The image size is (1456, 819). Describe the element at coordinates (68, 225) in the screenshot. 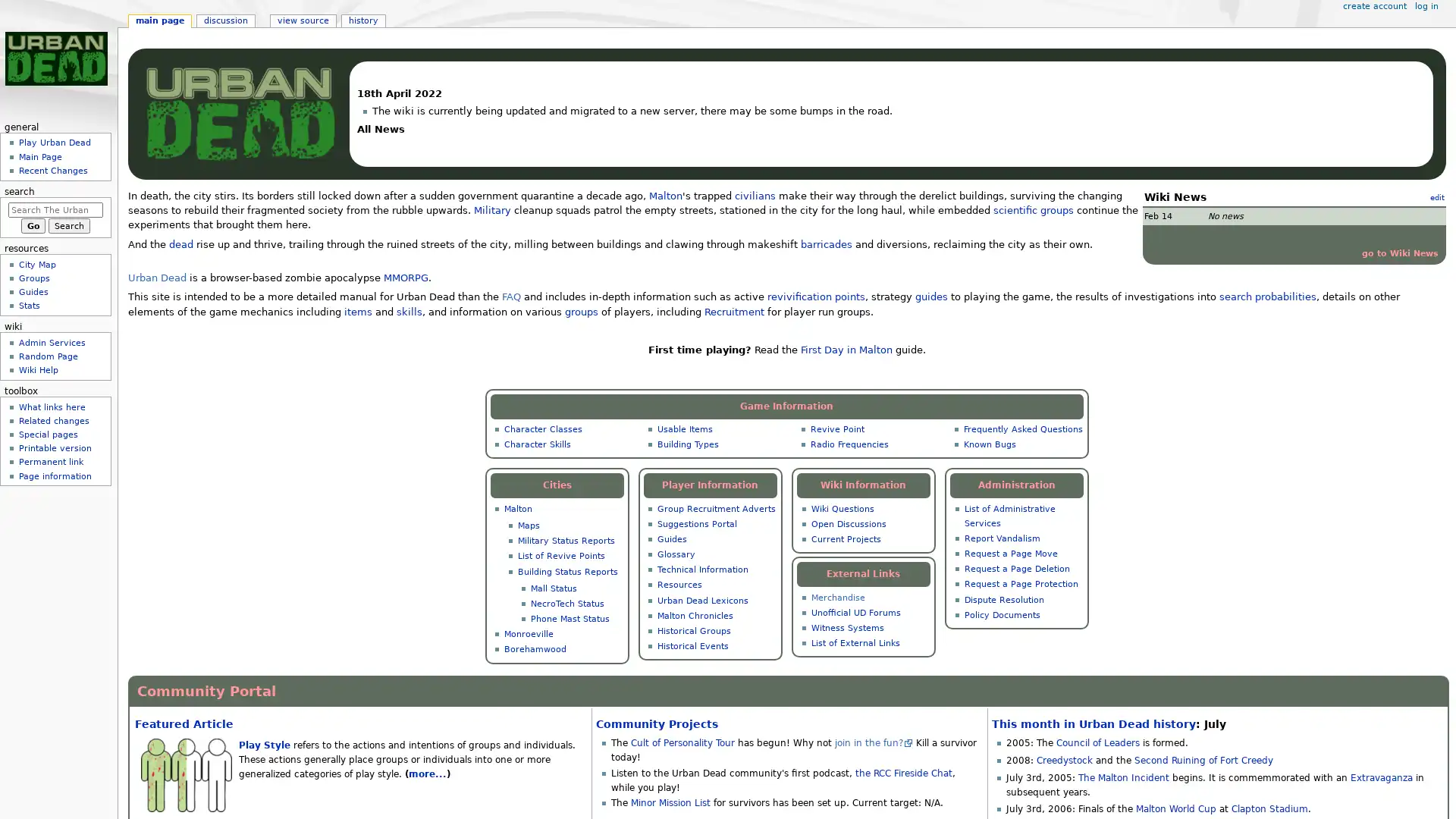

I see `Search` at that location.